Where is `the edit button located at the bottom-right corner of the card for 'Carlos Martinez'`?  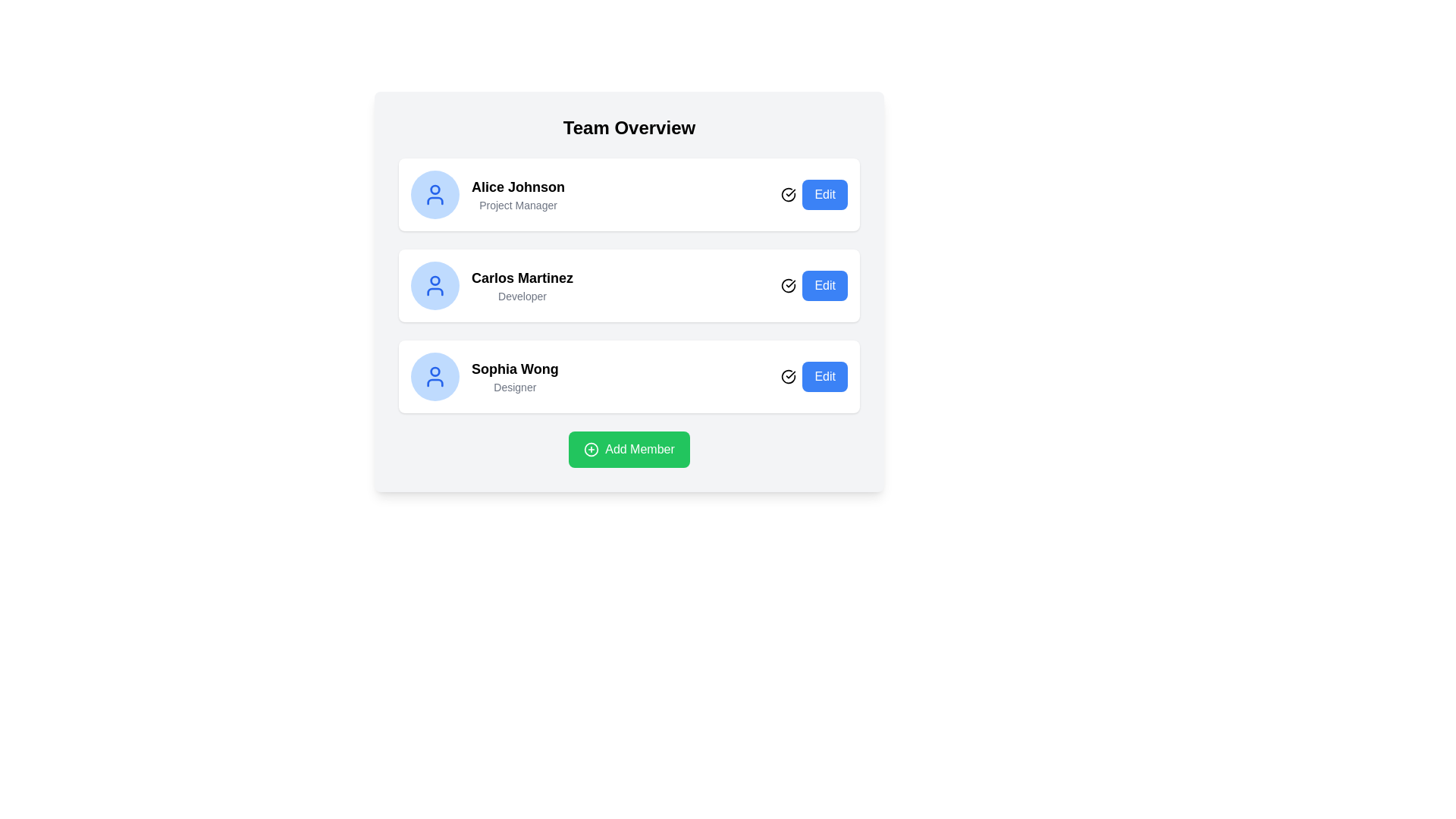 the edit button located at the bottom-right corner of the card for 'Carlos Martinez' is located at coordinates (814, 286).